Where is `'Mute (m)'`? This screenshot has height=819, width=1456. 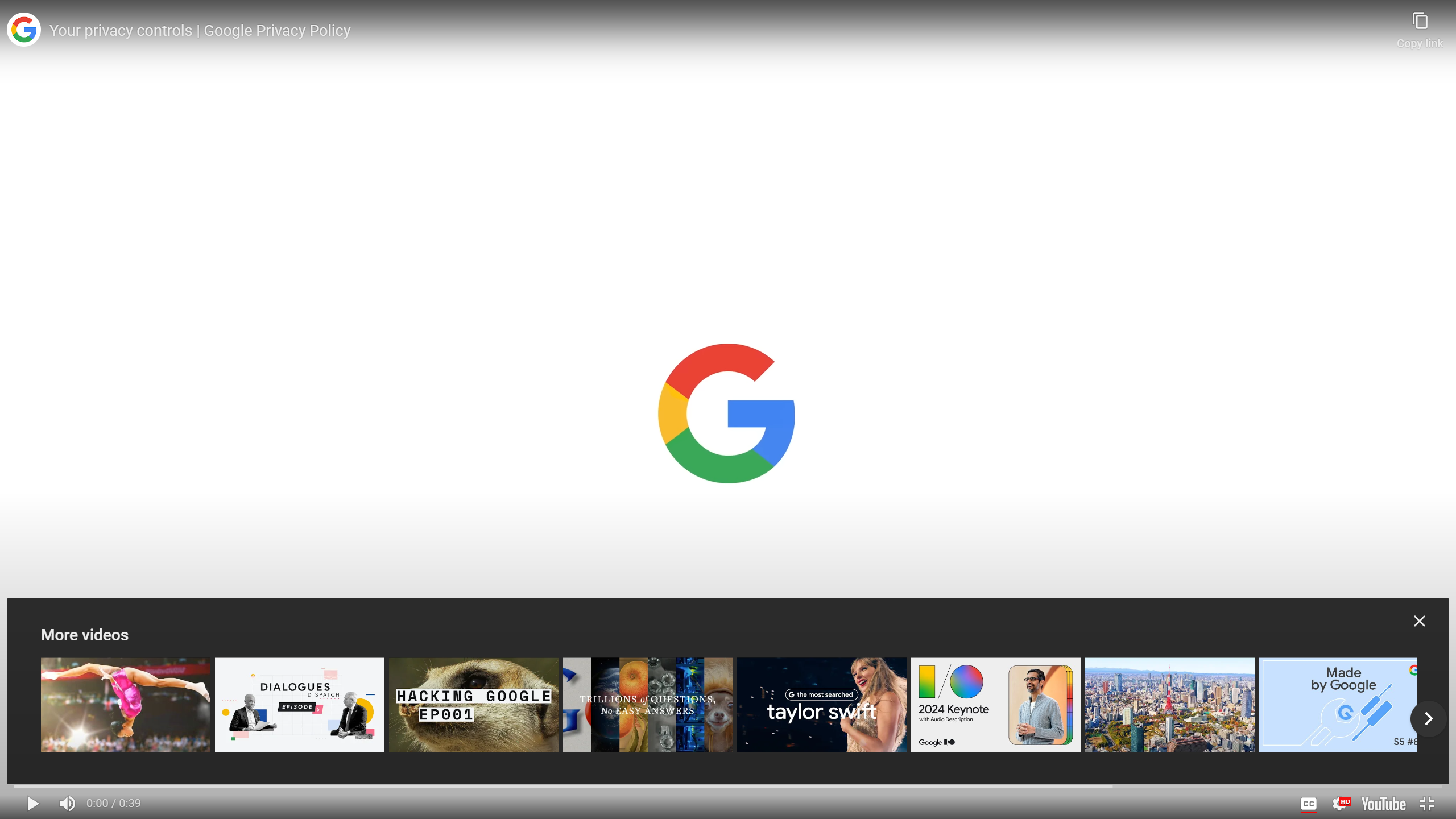 'Mute (m)' is located at coordinates (67, 803).